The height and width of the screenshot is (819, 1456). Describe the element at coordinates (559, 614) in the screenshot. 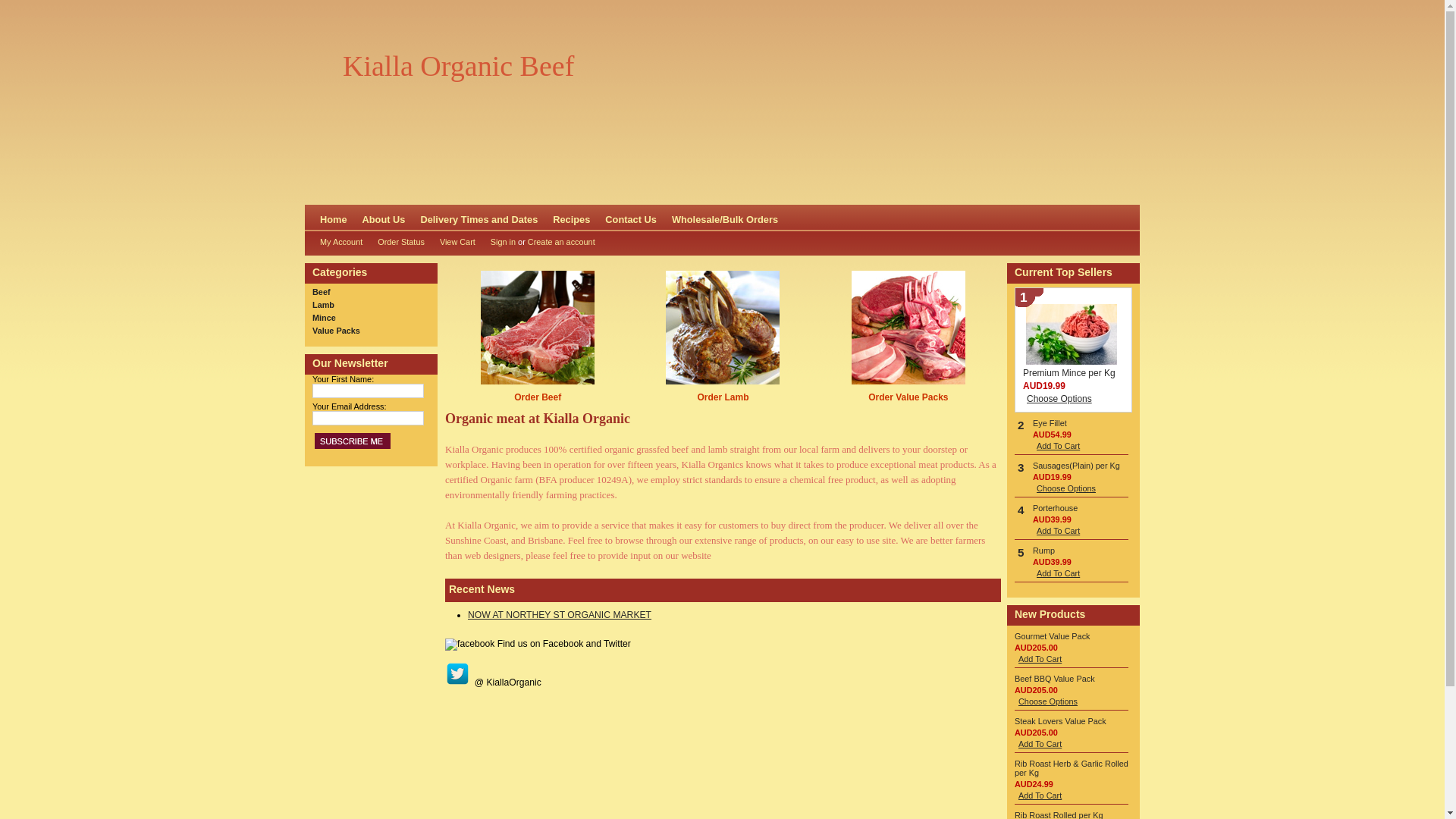

I see `'NOW AT NORTHEY ST ORGANIC MARKET'` at that location.